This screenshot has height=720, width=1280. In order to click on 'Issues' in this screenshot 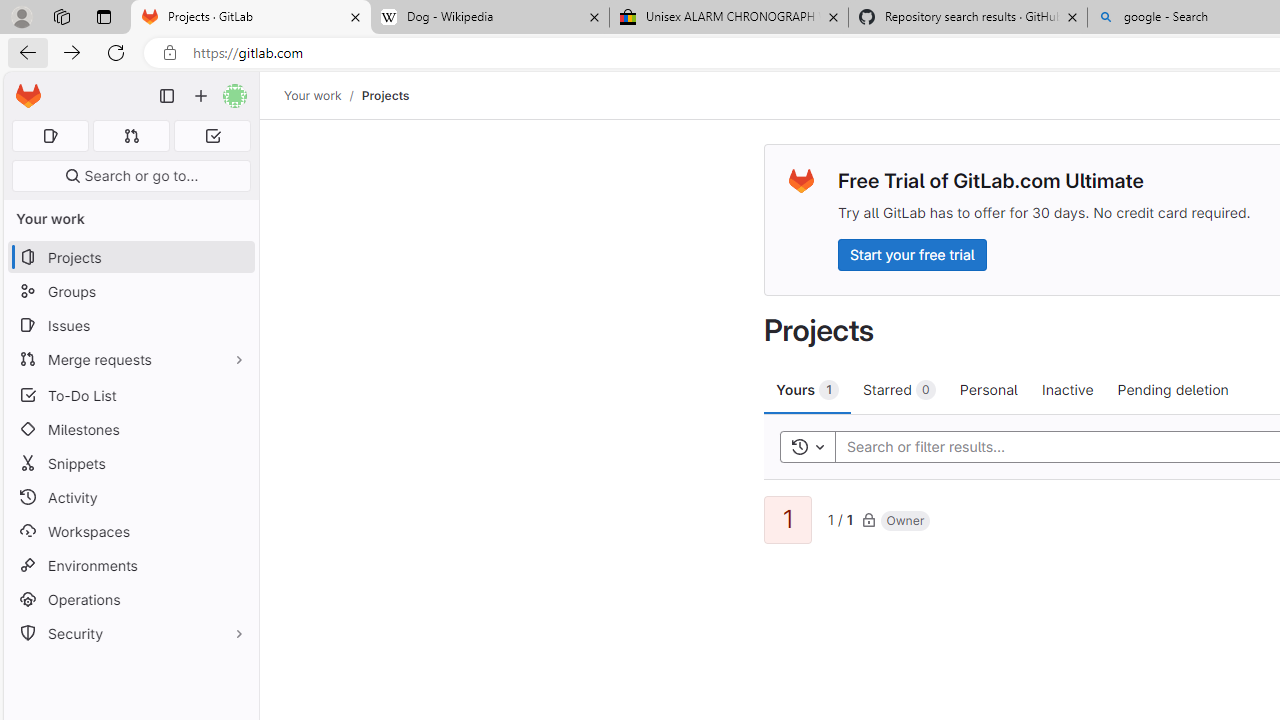, I will do `click(130, 324)`.